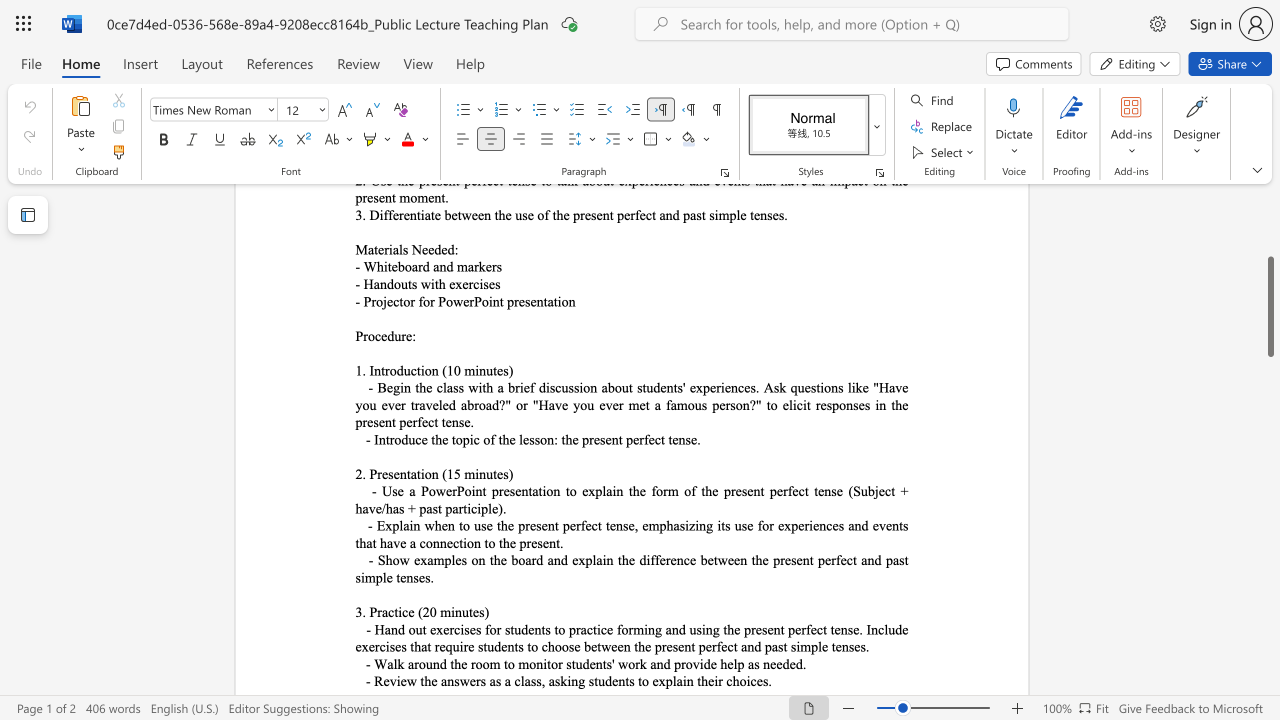 The width and height of the screenshot is (1280, 720). I want to click on the subset text "e the topic of the lesson: the present perfect ten" within the text "- Introduce the topic of the lesson: the present perfect tense.", so click(420, 438).